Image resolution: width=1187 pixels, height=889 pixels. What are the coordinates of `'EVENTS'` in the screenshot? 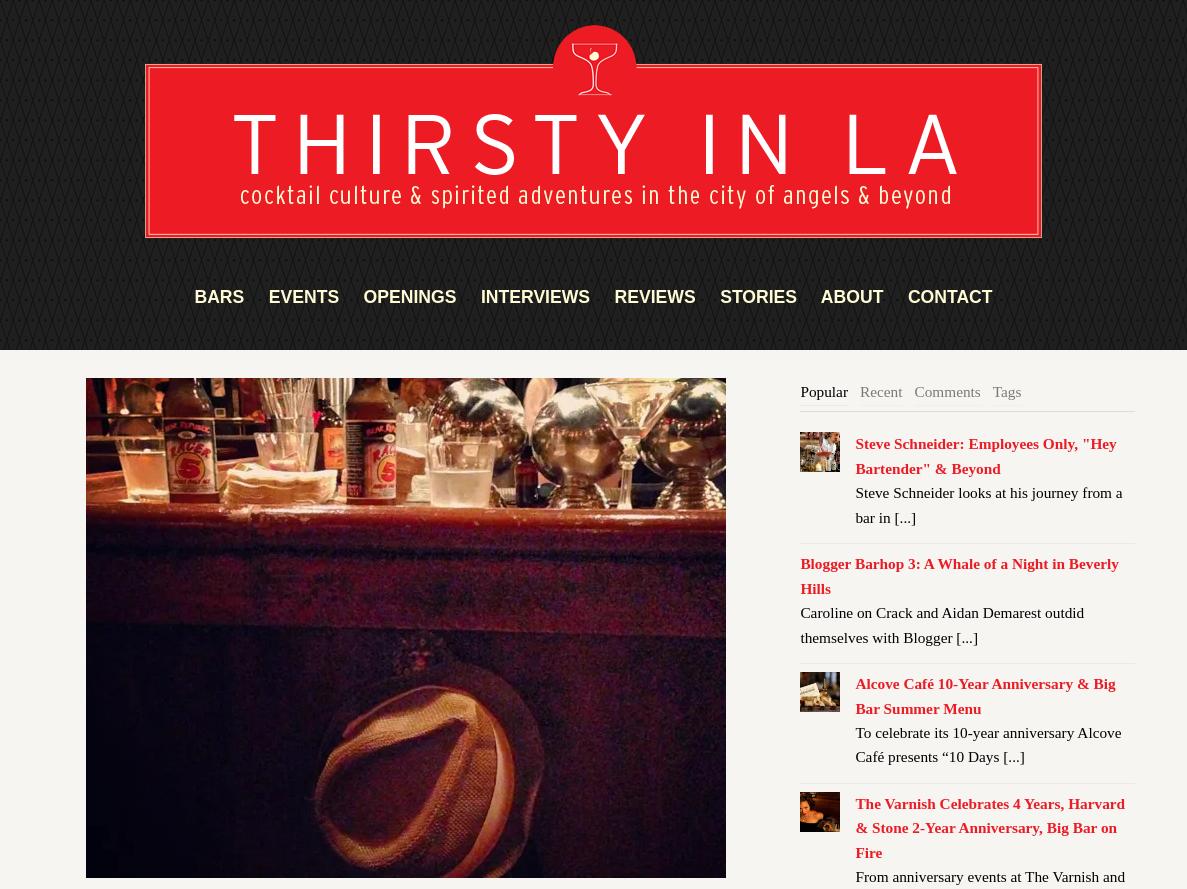 It's located at (303, 296).